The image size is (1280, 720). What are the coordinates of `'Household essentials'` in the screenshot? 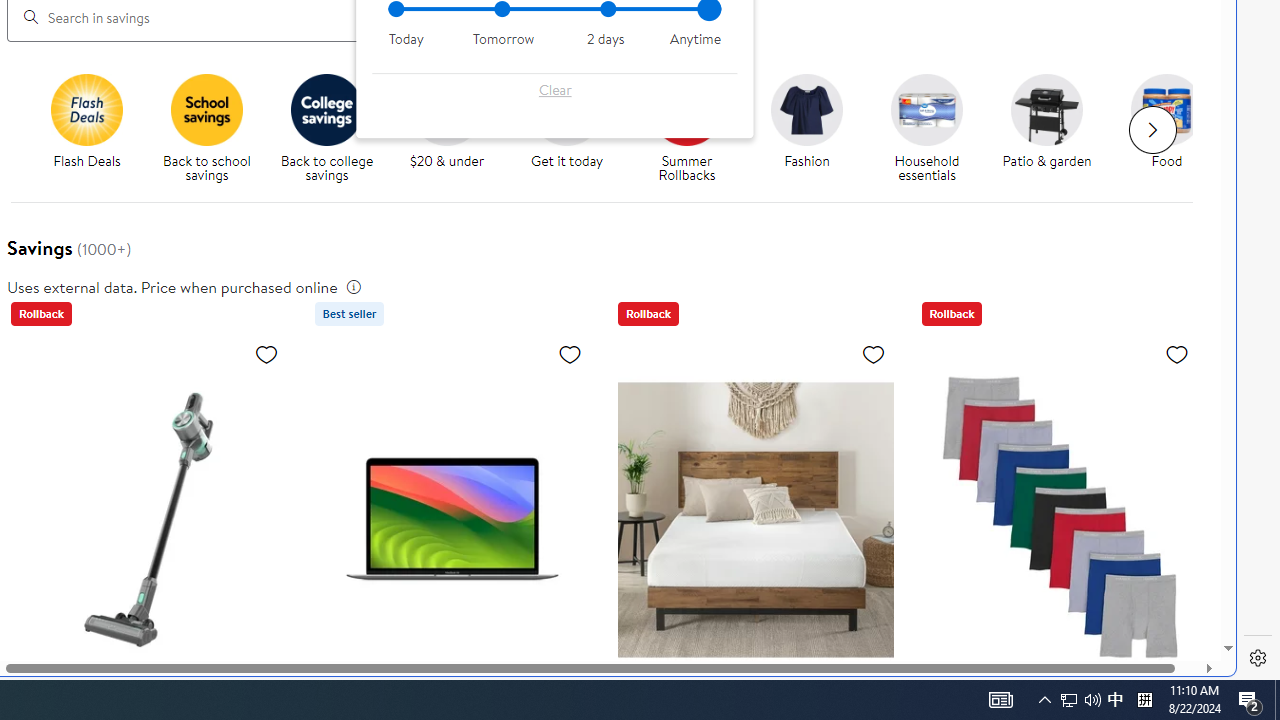 It's located at (934, 129).